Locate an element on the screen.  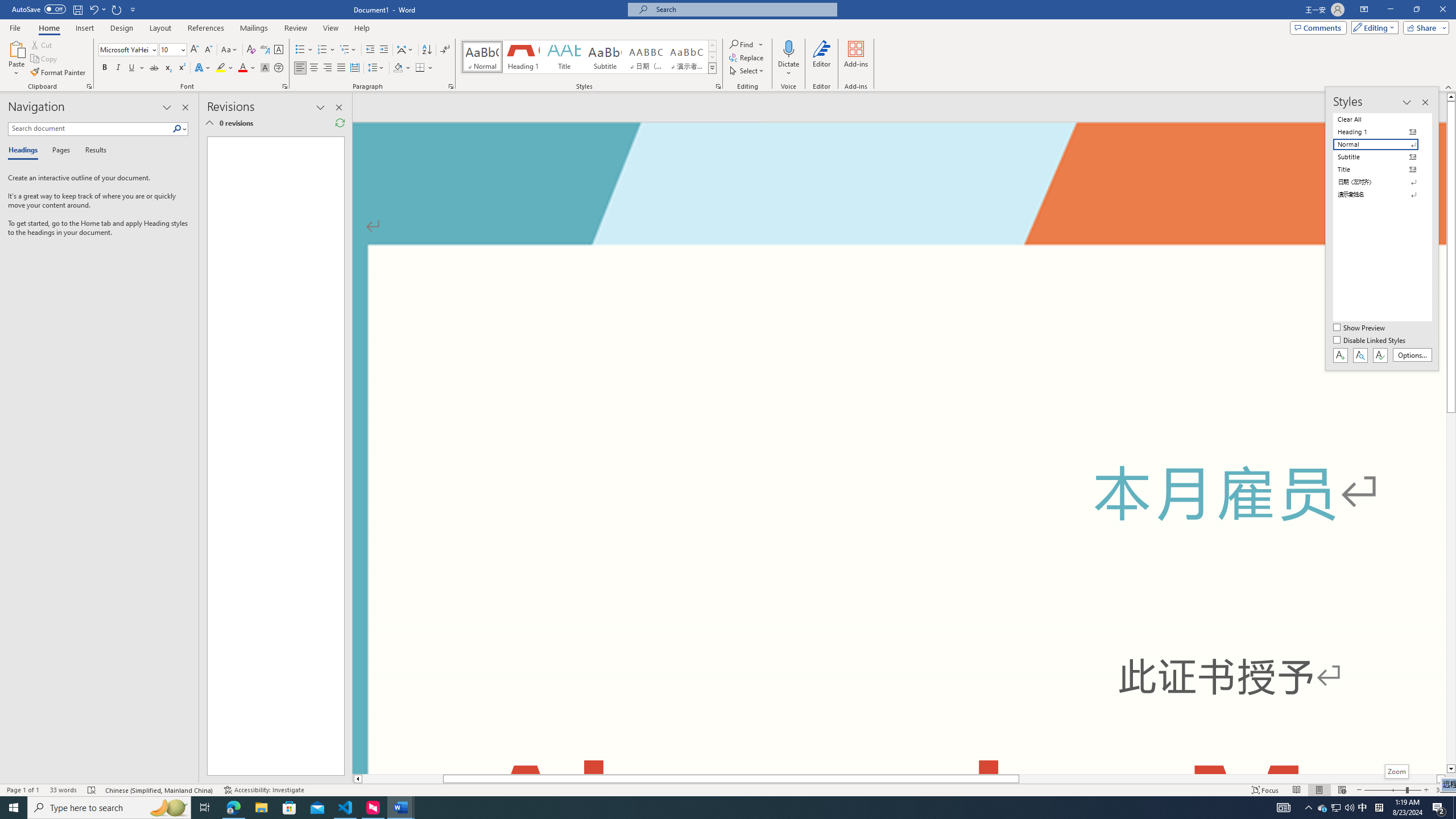
'Clear All' is located at coordinates (1383, 118).